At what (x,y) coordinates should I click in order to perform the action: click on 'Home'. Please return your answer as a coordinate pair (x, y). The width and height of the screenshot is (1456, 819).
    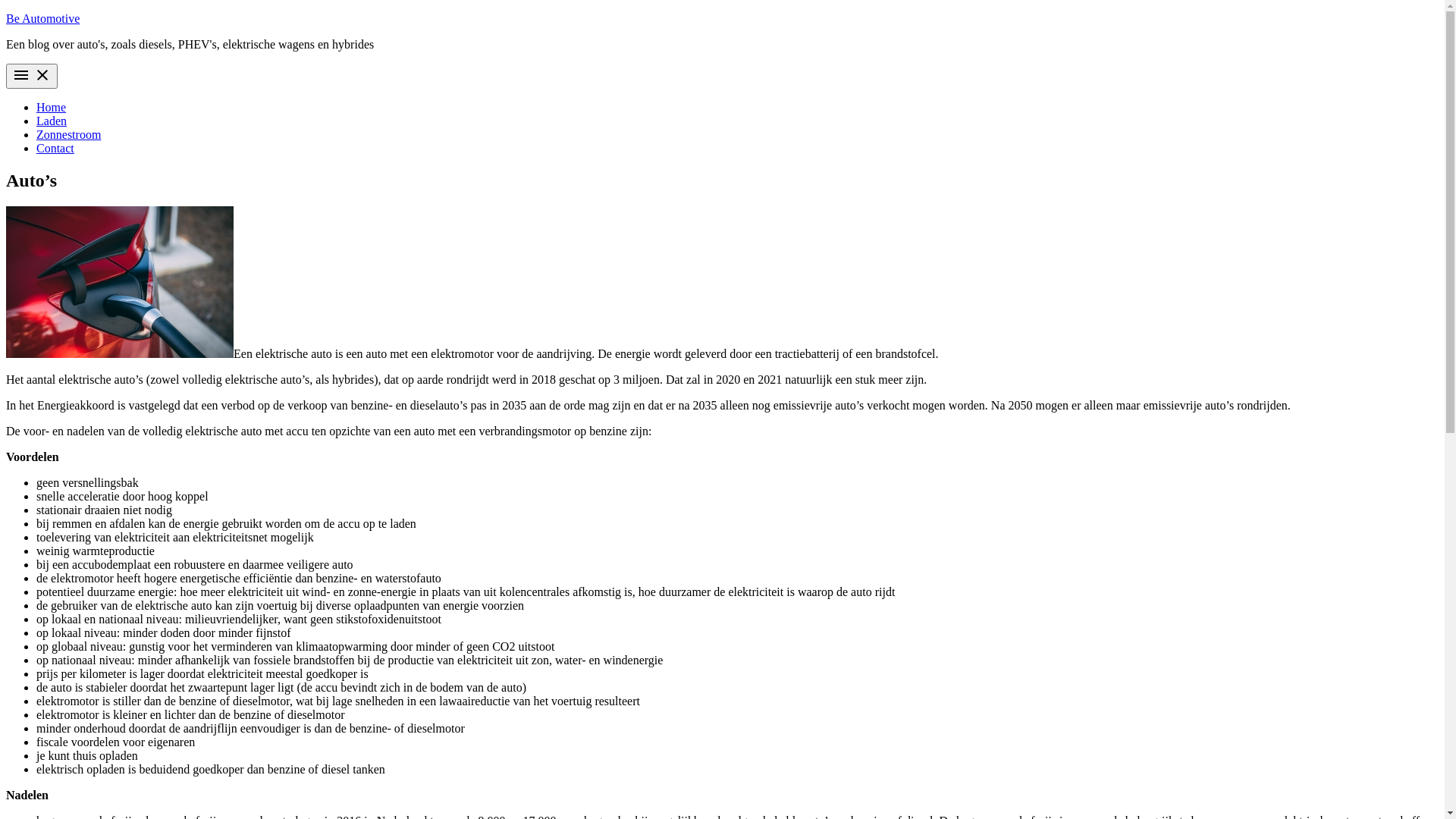
    Looking at the image, I should click on (51, 106).